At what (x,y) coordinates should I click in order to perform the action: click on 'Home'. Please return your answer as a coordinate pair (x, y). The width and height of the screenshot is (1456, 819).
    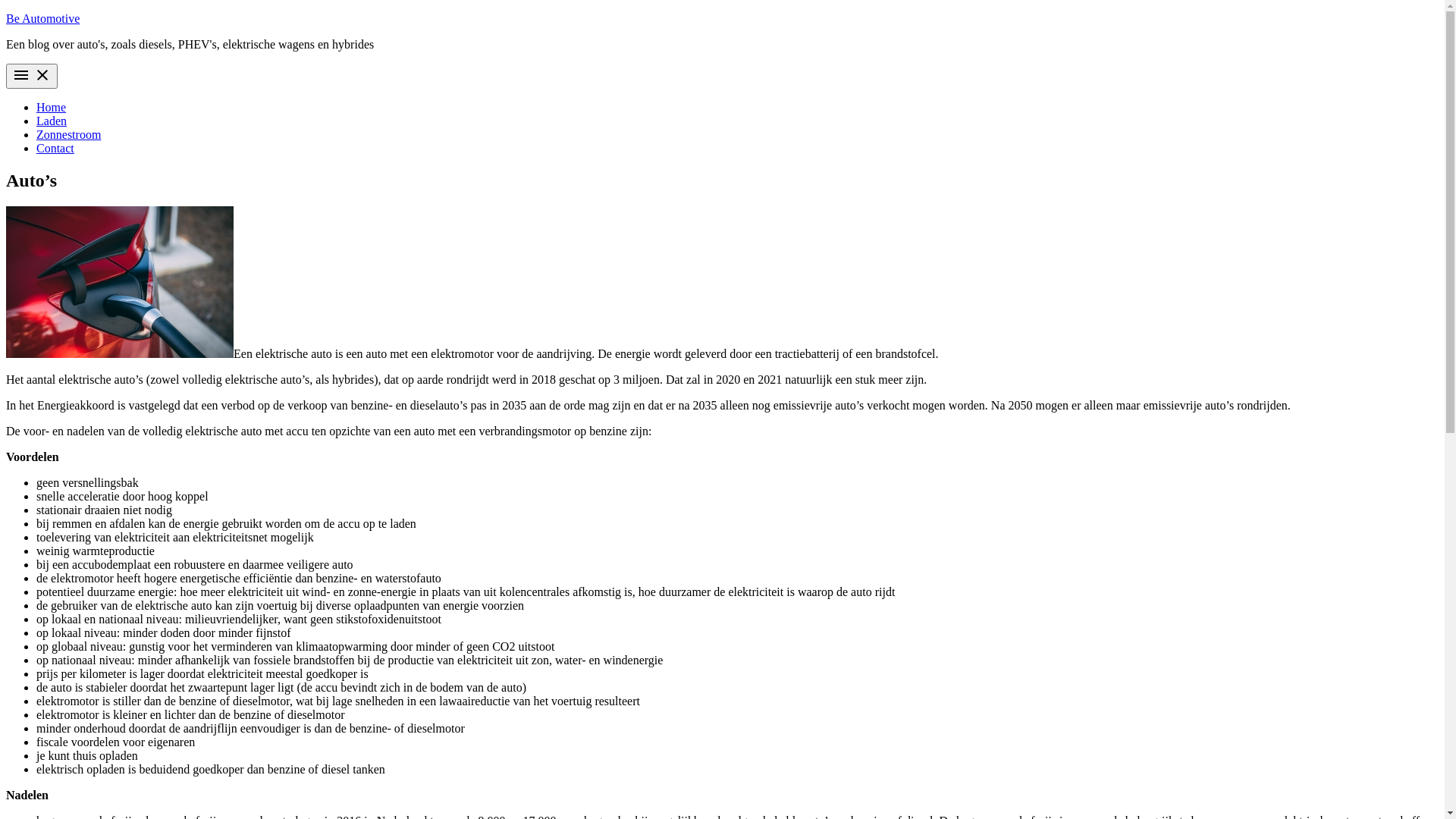
    Looking at the image, I should click on (51, 106).